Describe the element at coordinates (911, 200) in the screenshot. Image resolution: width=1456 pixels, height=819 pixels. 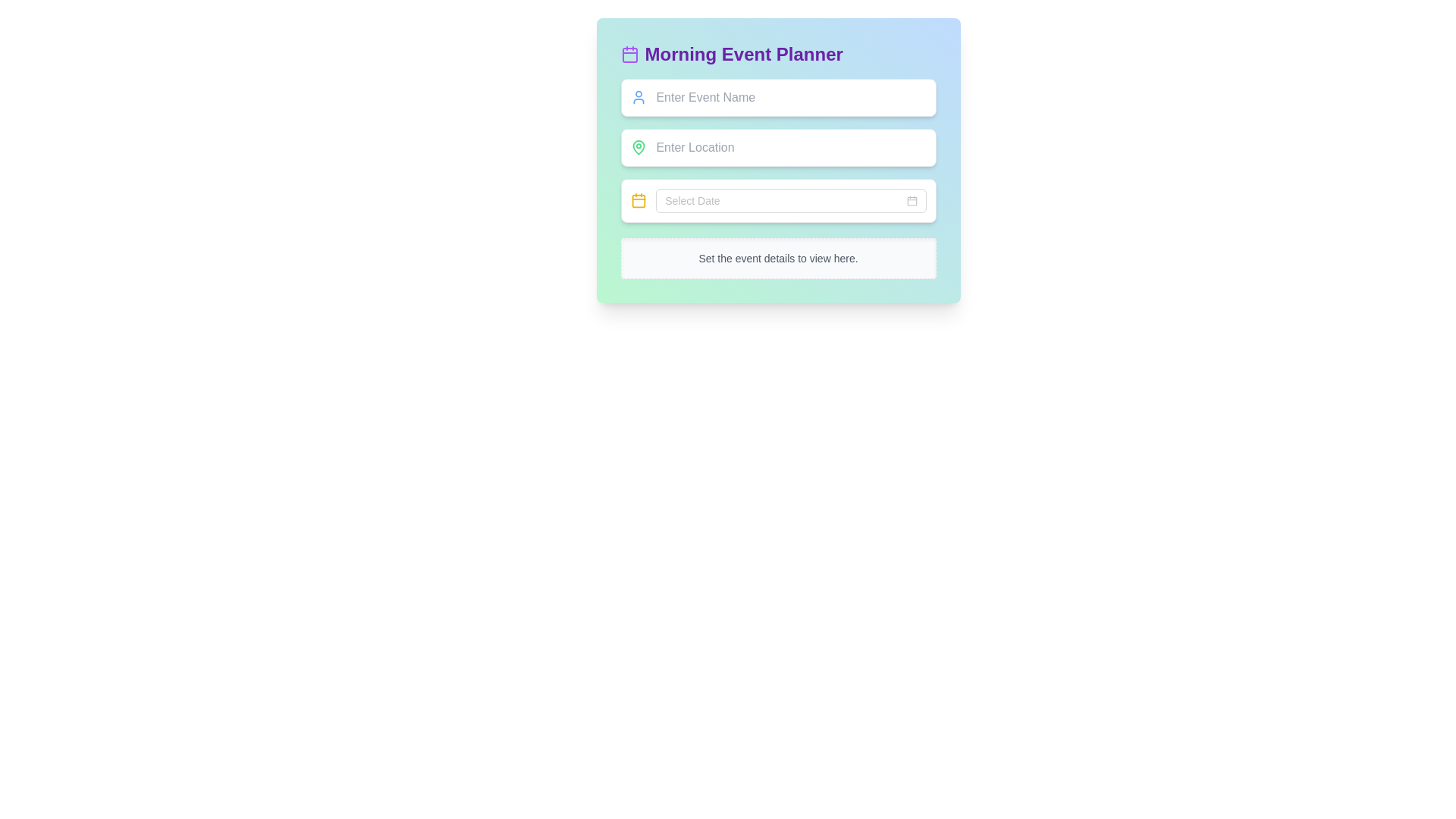
I see `the Calendar icon located on the far right side of the 'Select Date' input field` at that location.